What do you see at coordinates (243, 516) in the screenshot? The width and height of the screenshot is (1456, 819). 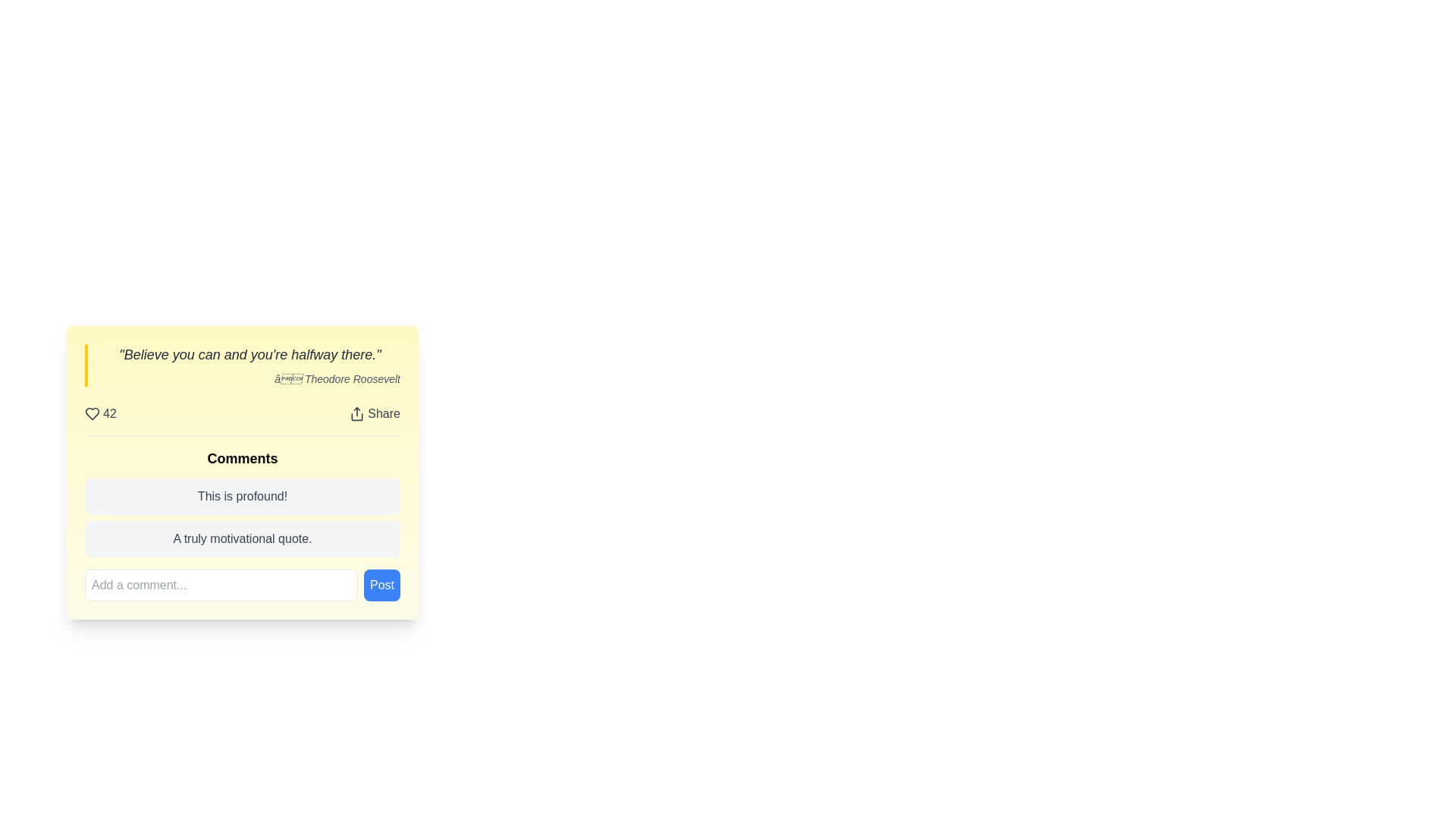 I see `the Comment section located beneath the post content and like count, which has an input field and button for adding new comments` at bounding box center [243, 516].